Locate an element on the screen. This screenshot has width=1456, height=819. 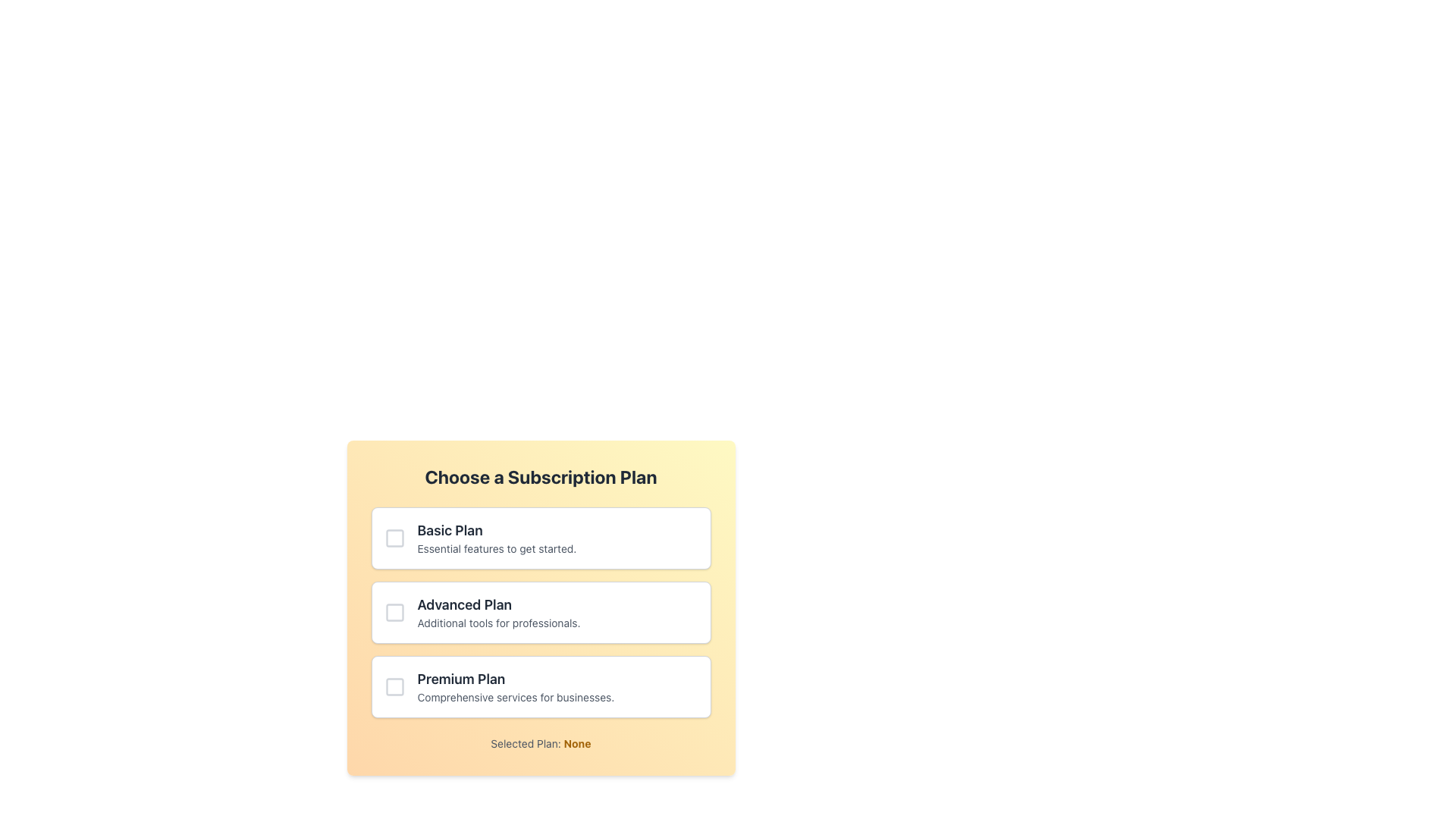
text content that describes the 'Premium Plan', which is located in the bottom section of the card labeled 'Premium Plan', positioned below the checkbox and above the bottom border of the card is located at coordinates (557, 687).